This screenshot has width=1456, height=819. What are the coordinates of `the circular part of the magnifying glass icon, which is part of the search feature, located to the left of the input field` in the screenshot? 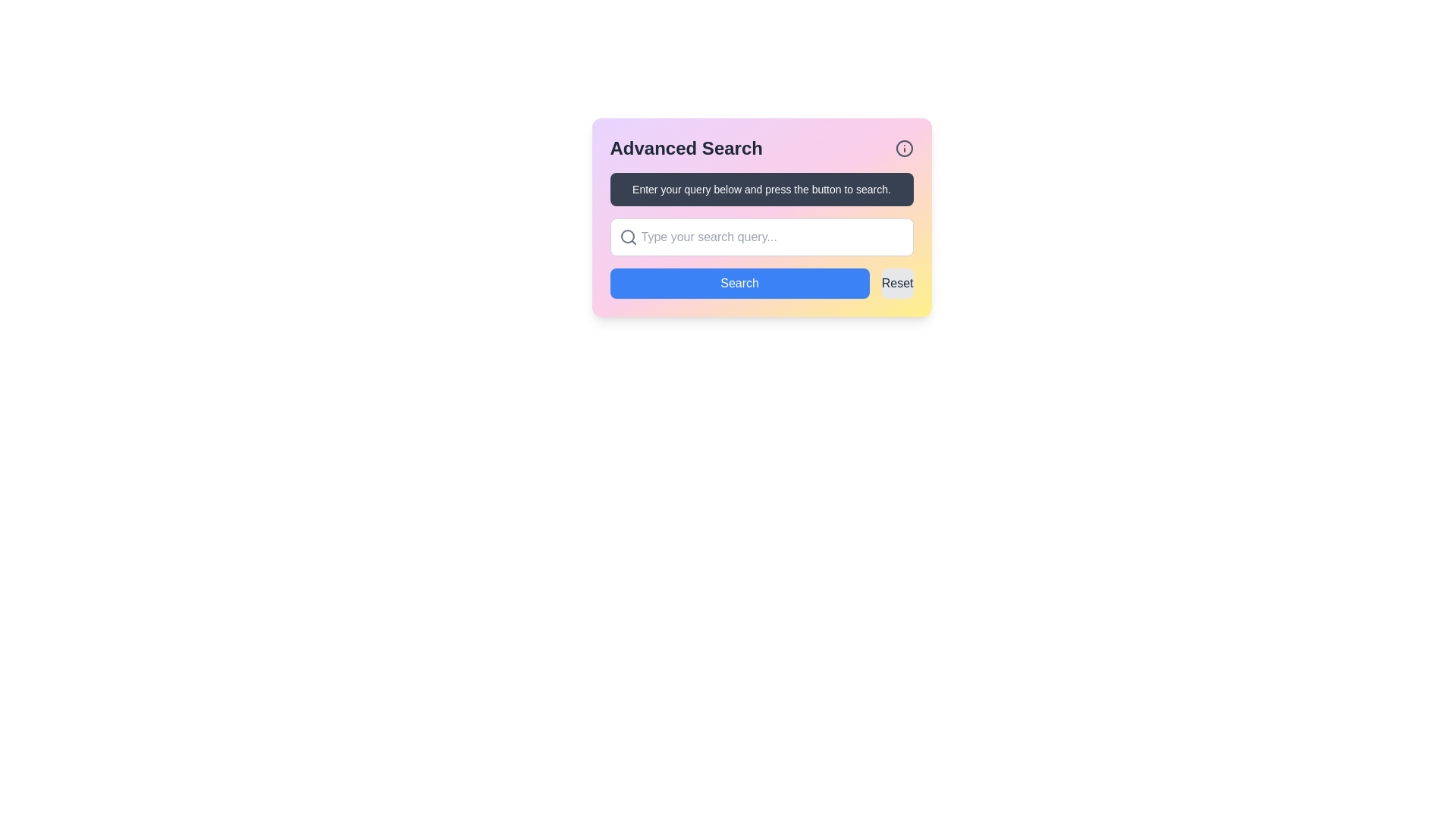 It's located at (627, 237).